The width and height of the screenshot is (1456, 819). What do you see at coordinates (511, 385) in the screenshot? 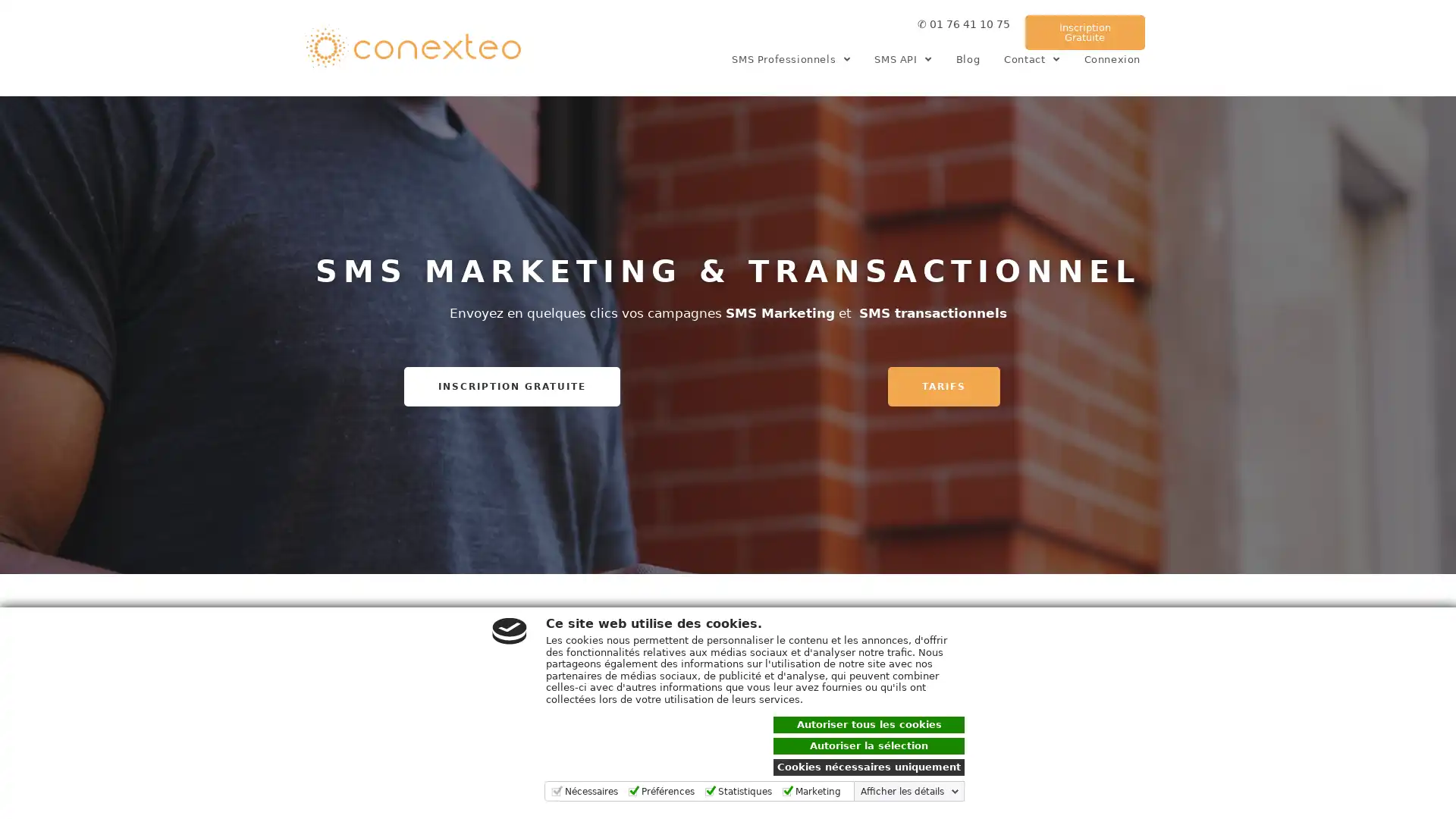
I see `INSCRIPTION GRATUITE` at bounding box center [511, 385].